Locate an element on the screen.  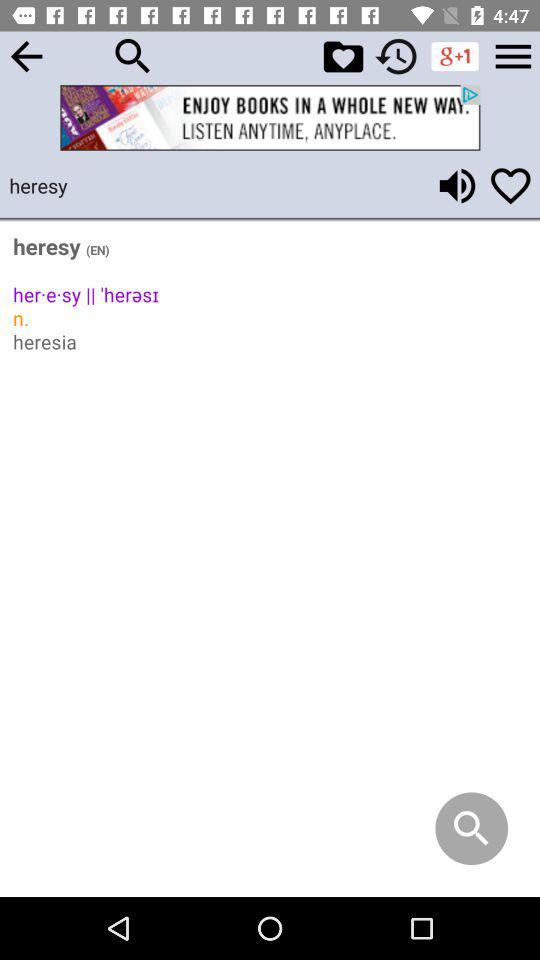
the arrow_backward icon is located at coordinates (25, 55).